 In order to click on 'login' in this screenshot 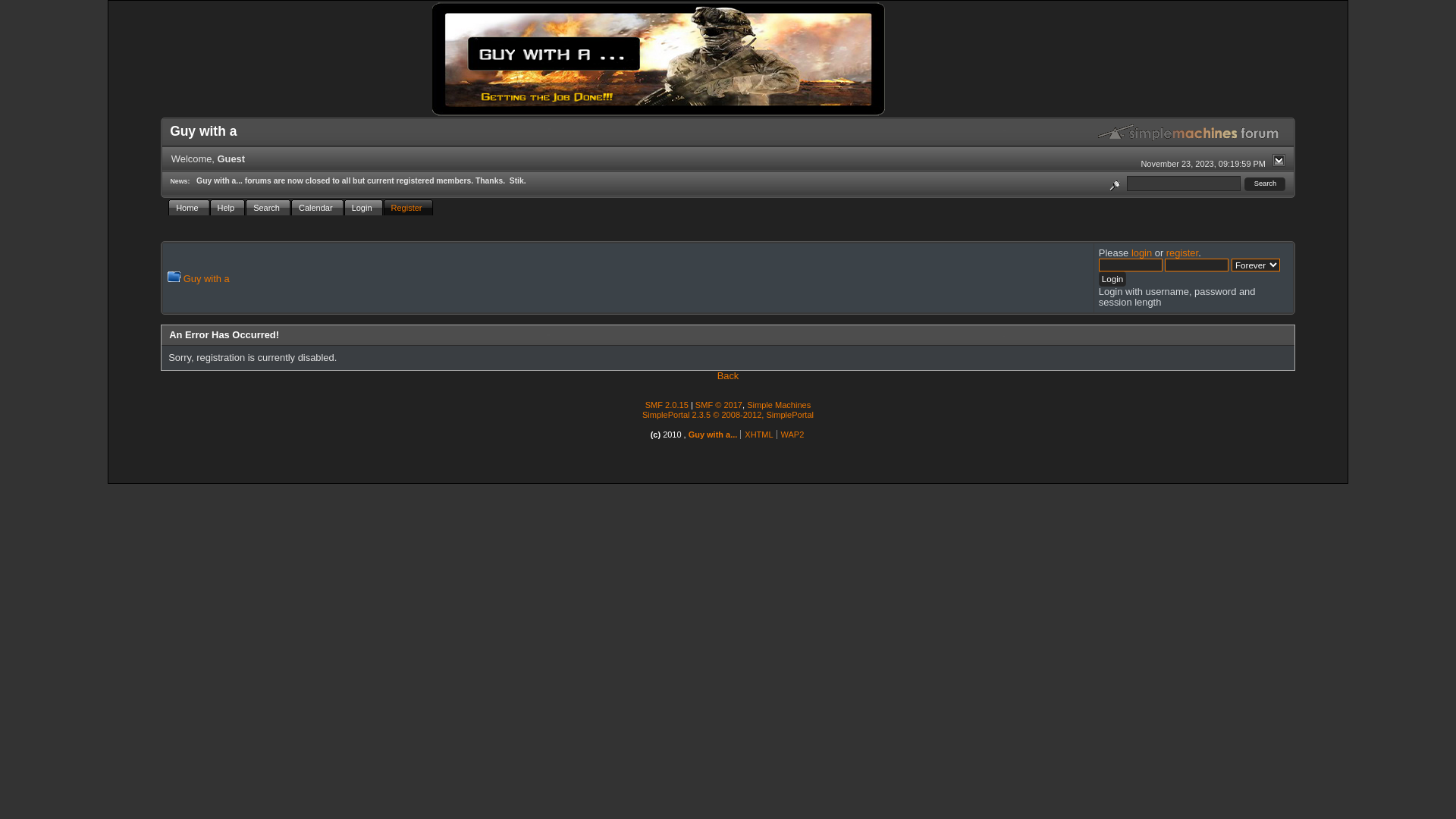, I will do `click(1141, 252)`.